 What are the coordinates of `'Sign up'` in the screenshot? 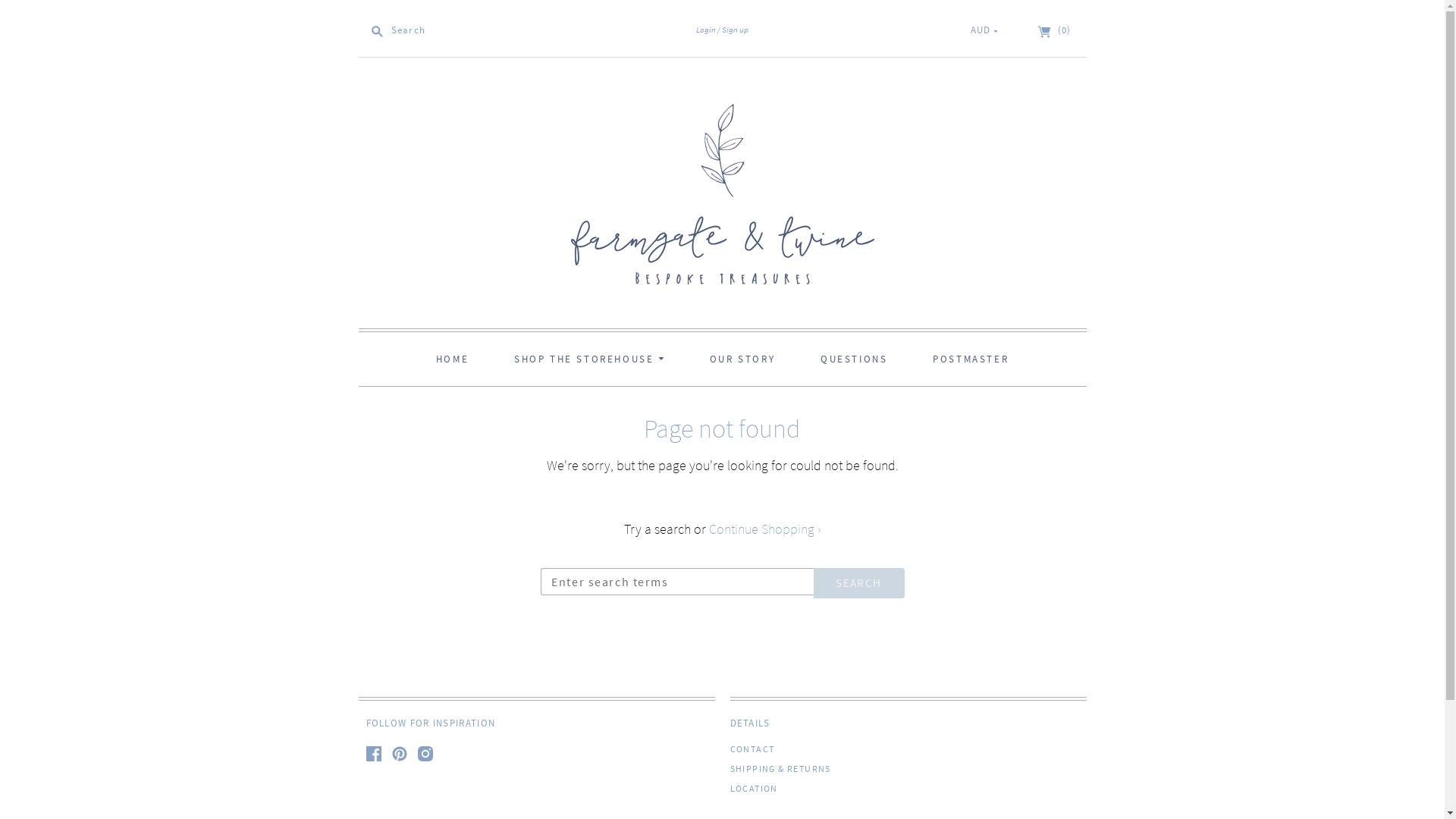 It's located at (716, 29).